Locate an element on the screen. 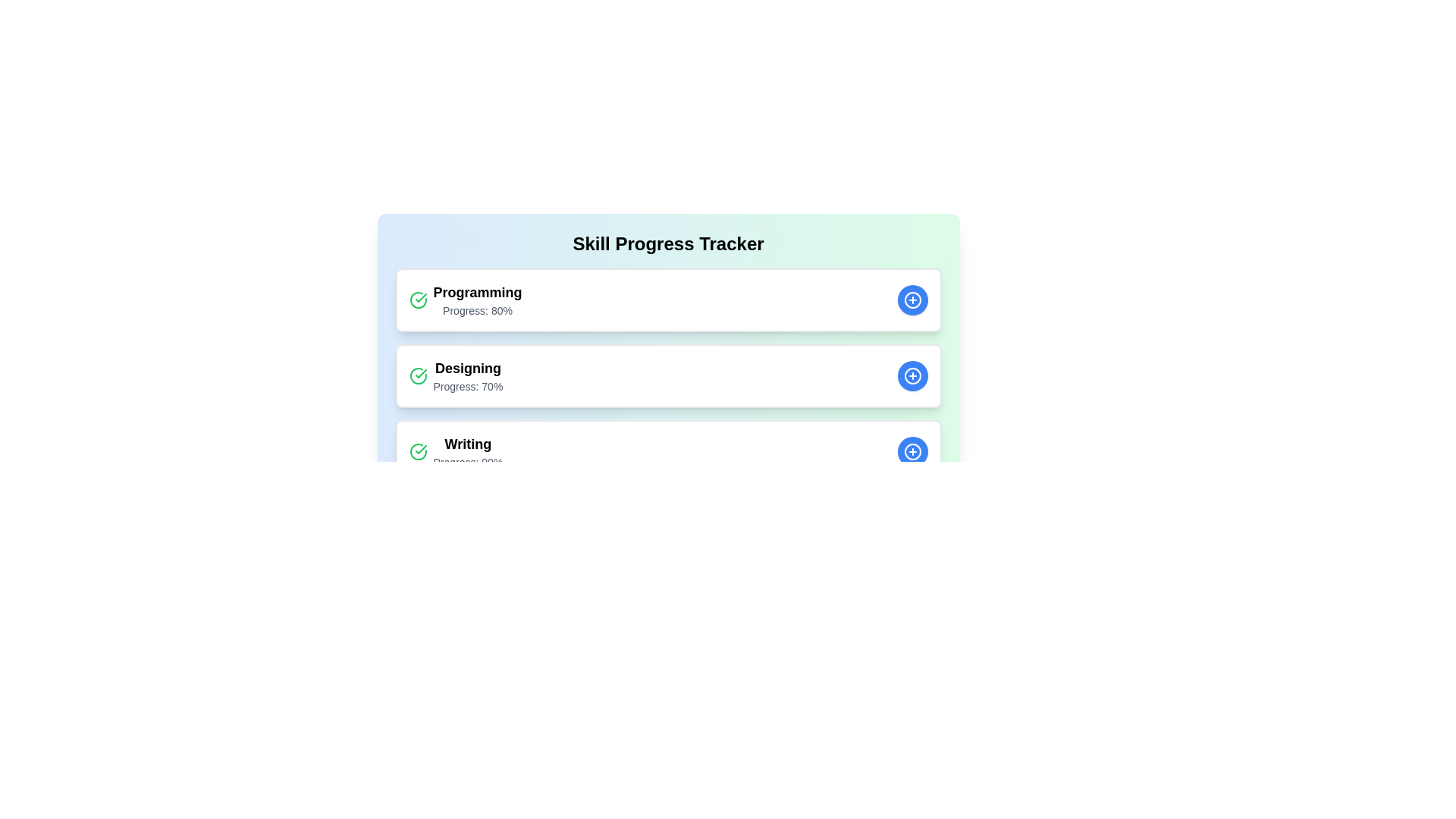 The height and width of the screenshot is (819, 1456). increment button for the skill Writing is located at coordinates (912, 451).